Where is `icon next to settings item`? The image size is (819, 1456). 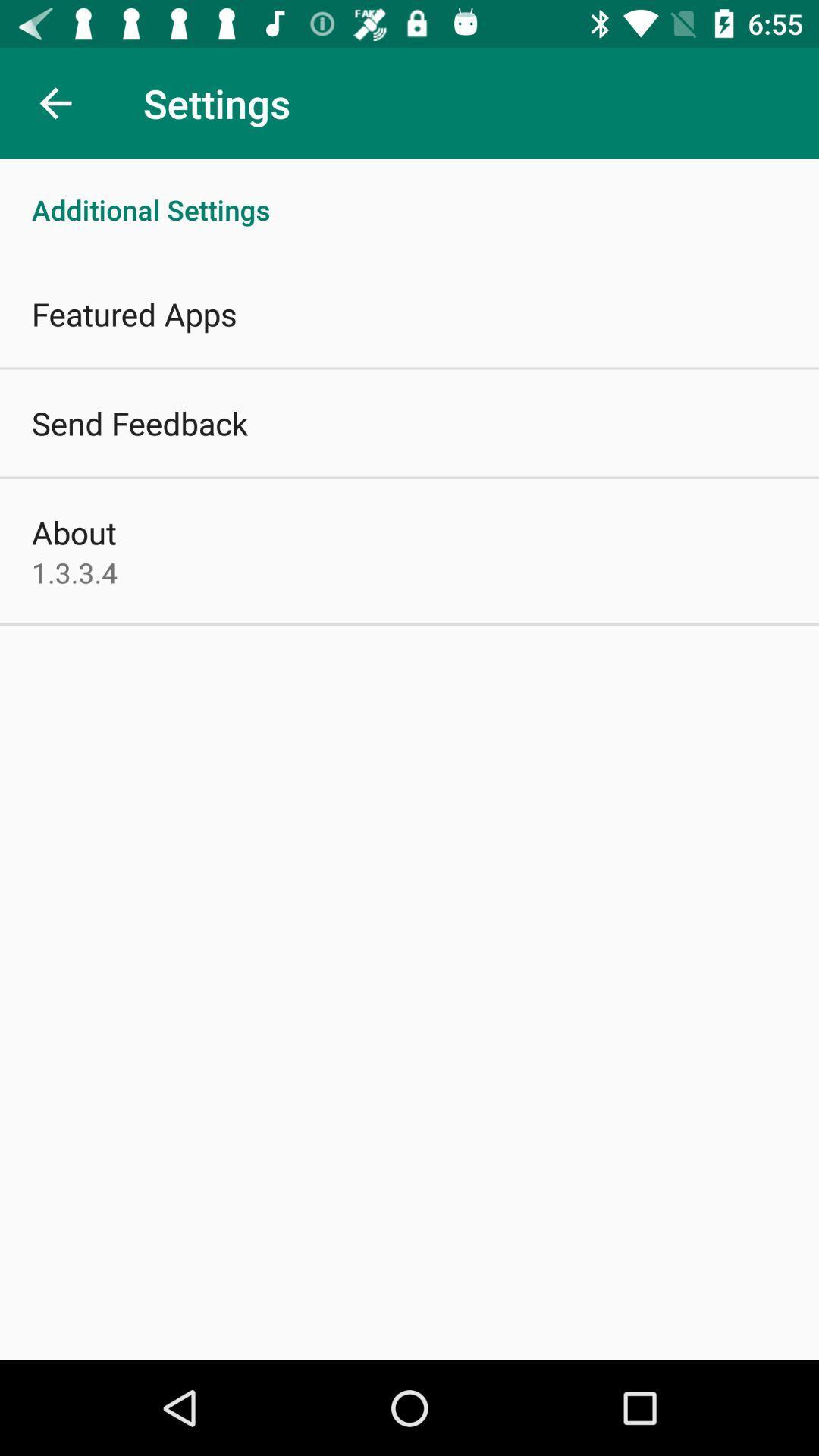
icon next to settings item is located at coordinates (55, 102).